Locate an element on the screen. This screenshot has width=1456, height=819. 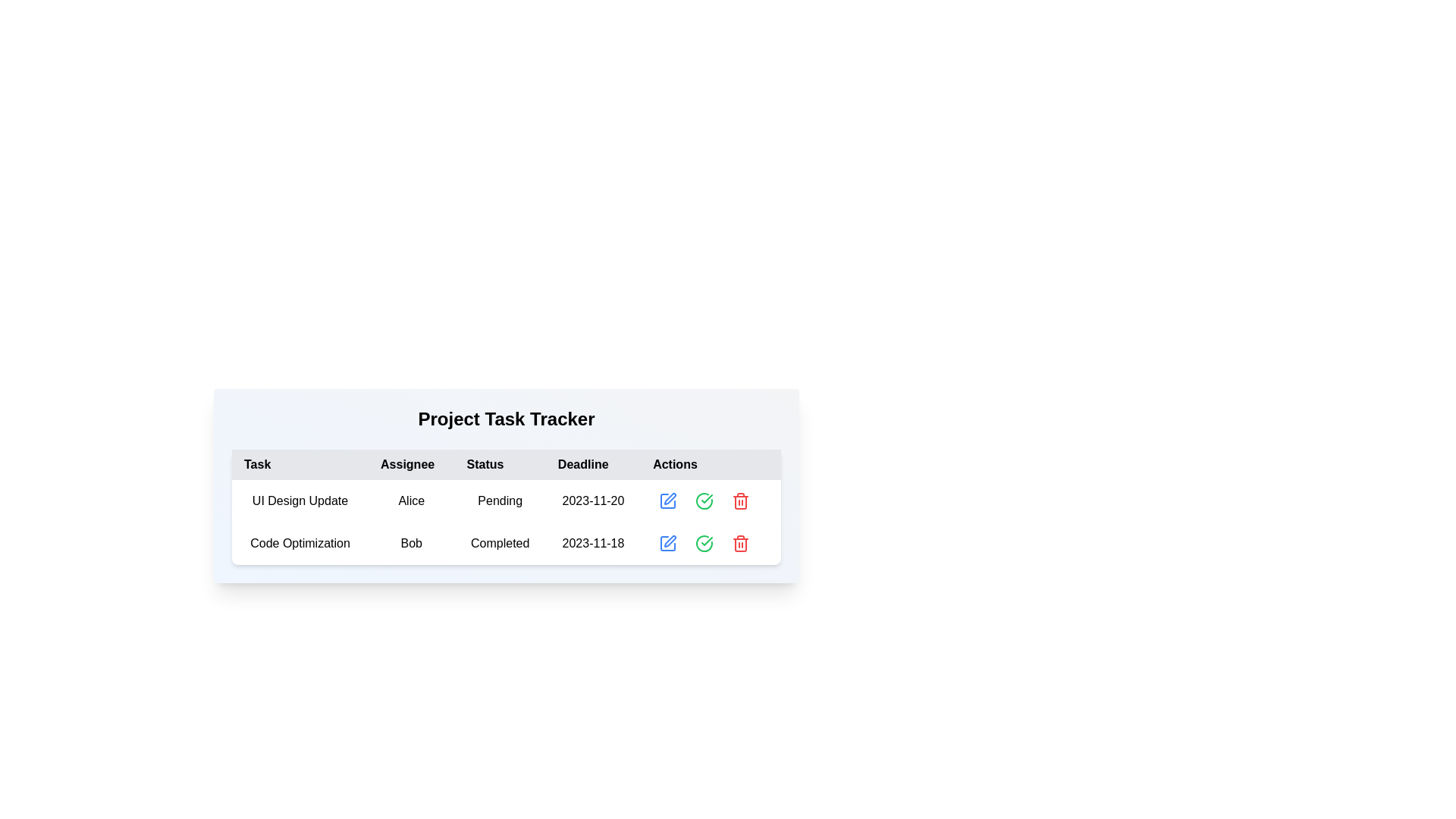
text displayed in the Text Label that shows the deadline date '2023-11-20', located in the 'Deadline' column of the Project Task Tracker table is located at coordinates (592, 500).